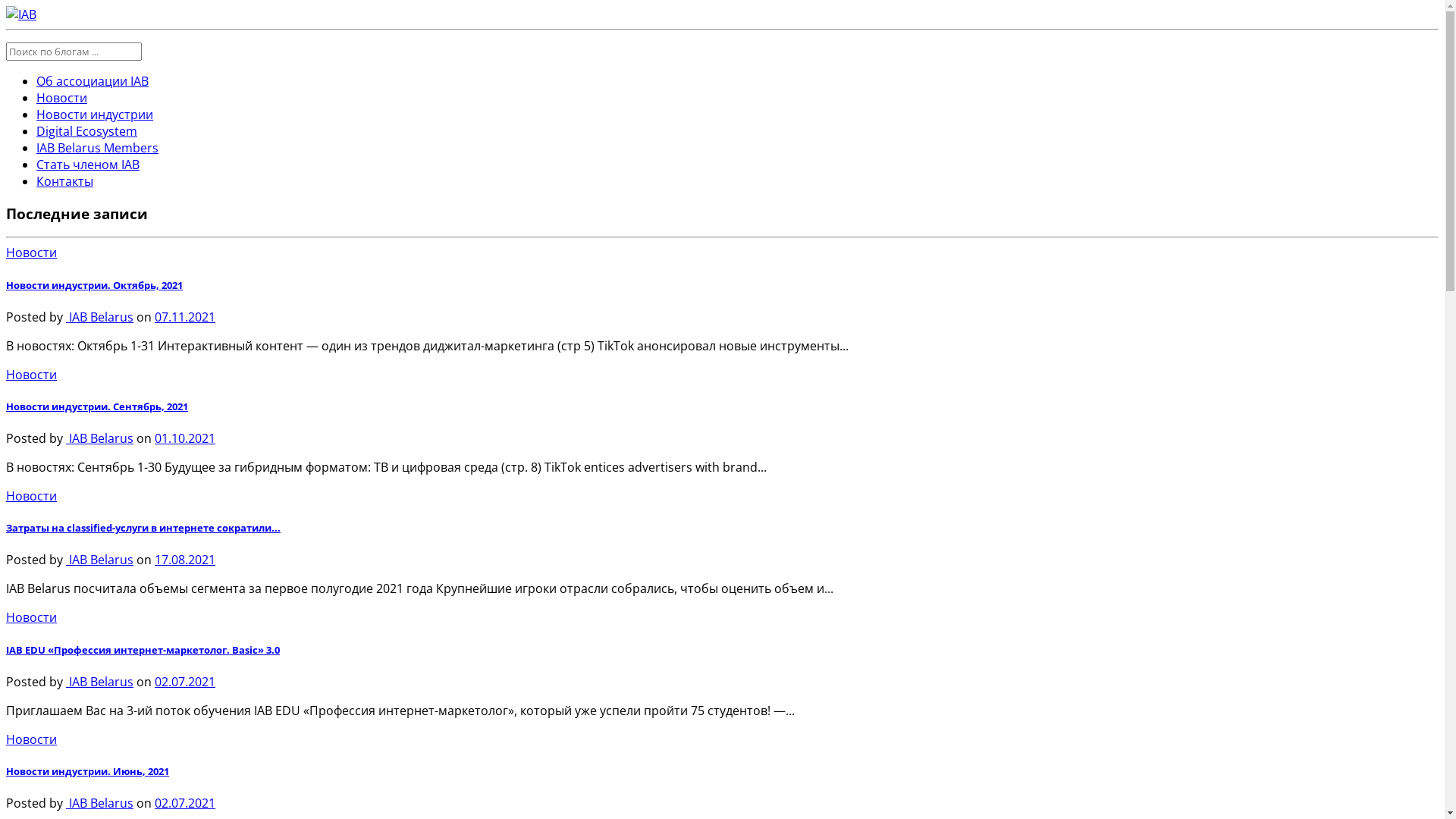 The image size is (1456, 819). What do you see at coordinates (184, 315) in the screenshot?
I see `'07.11.2021'` at bounding box center [184, 315].